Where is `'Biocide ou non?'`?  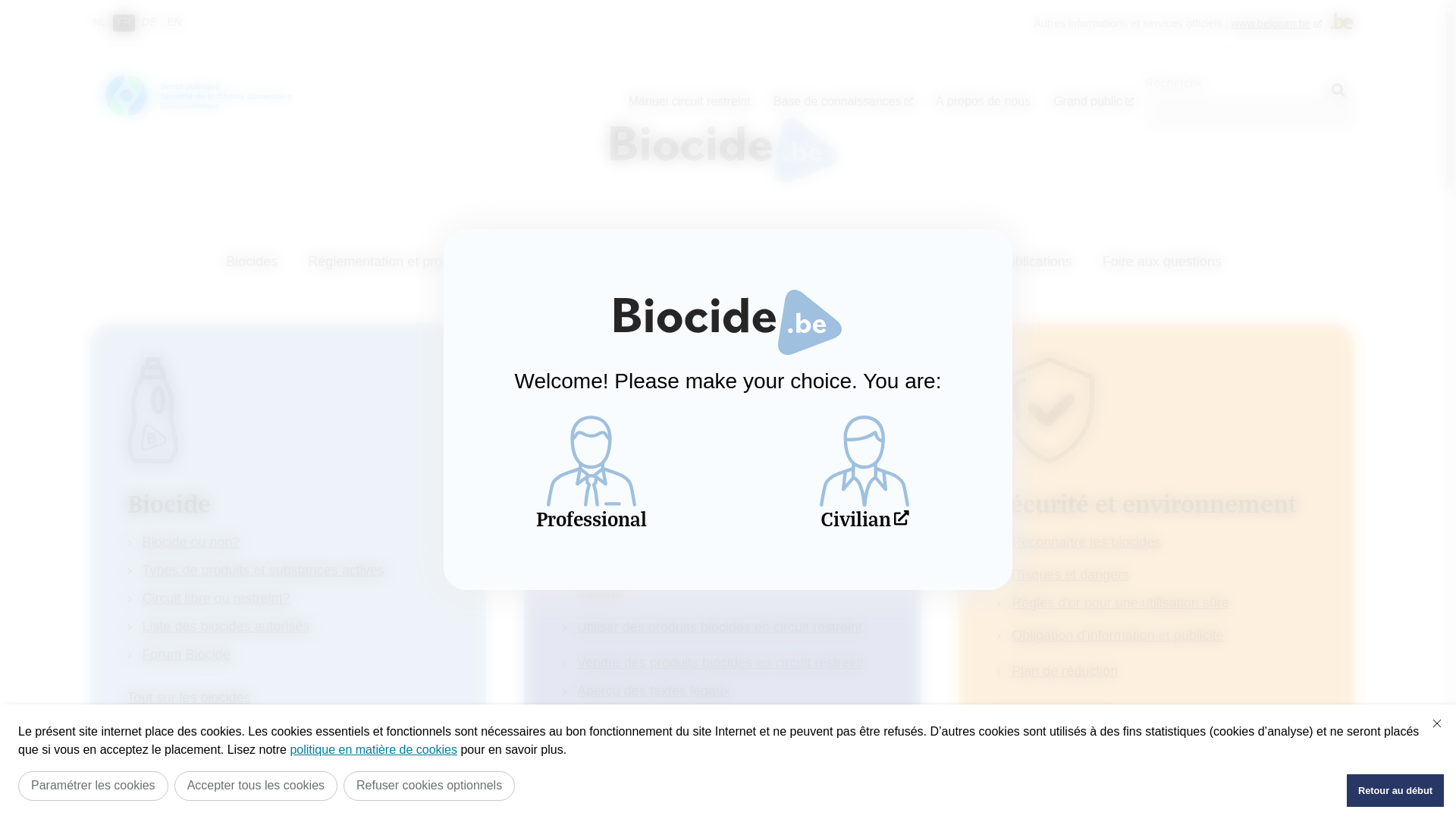 'Biocide ou non?' is located at coordinates (190, 541).